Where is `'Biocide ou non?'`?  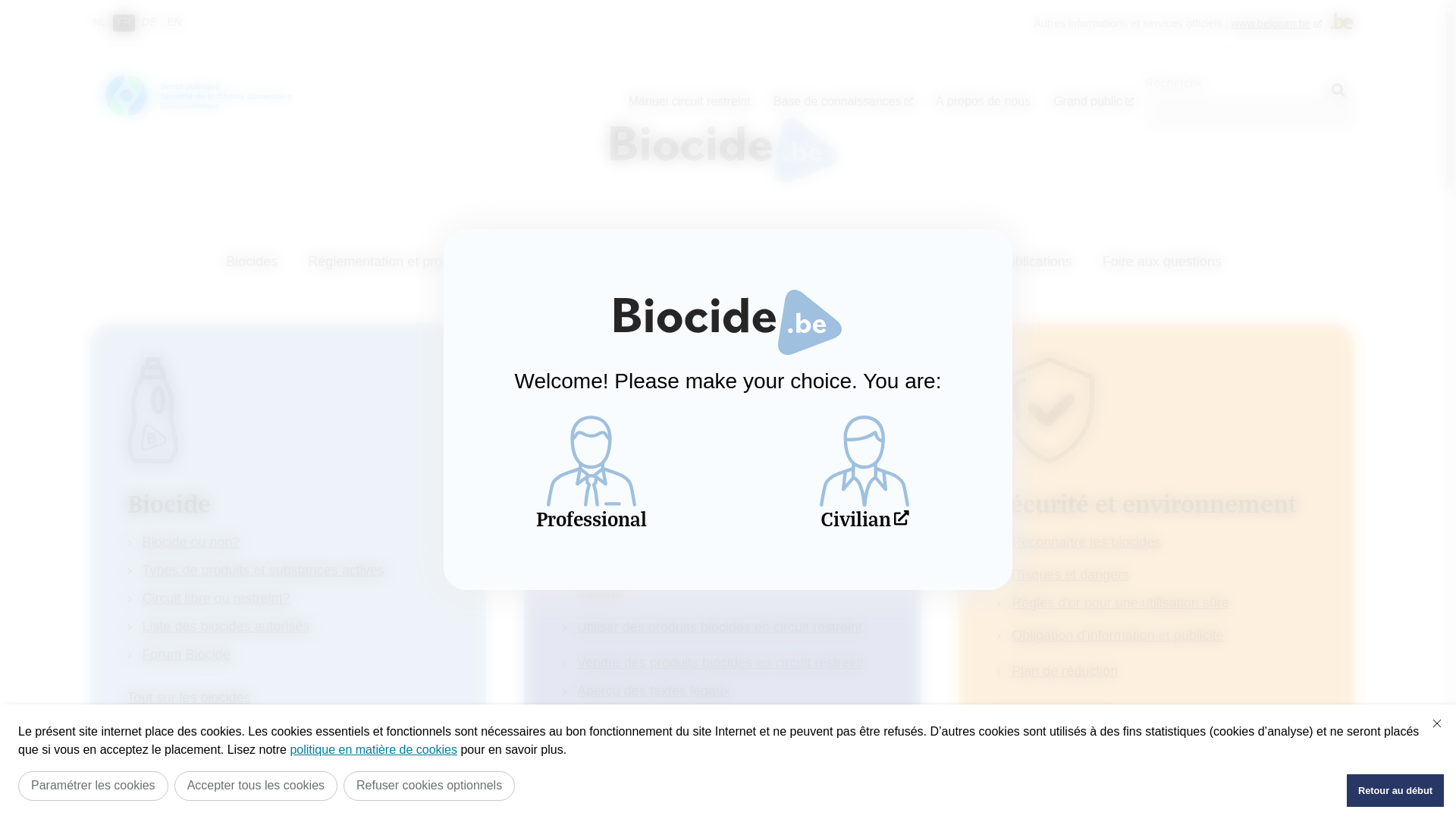 'Biocide ou non?' is located at coordinates (190, 541).